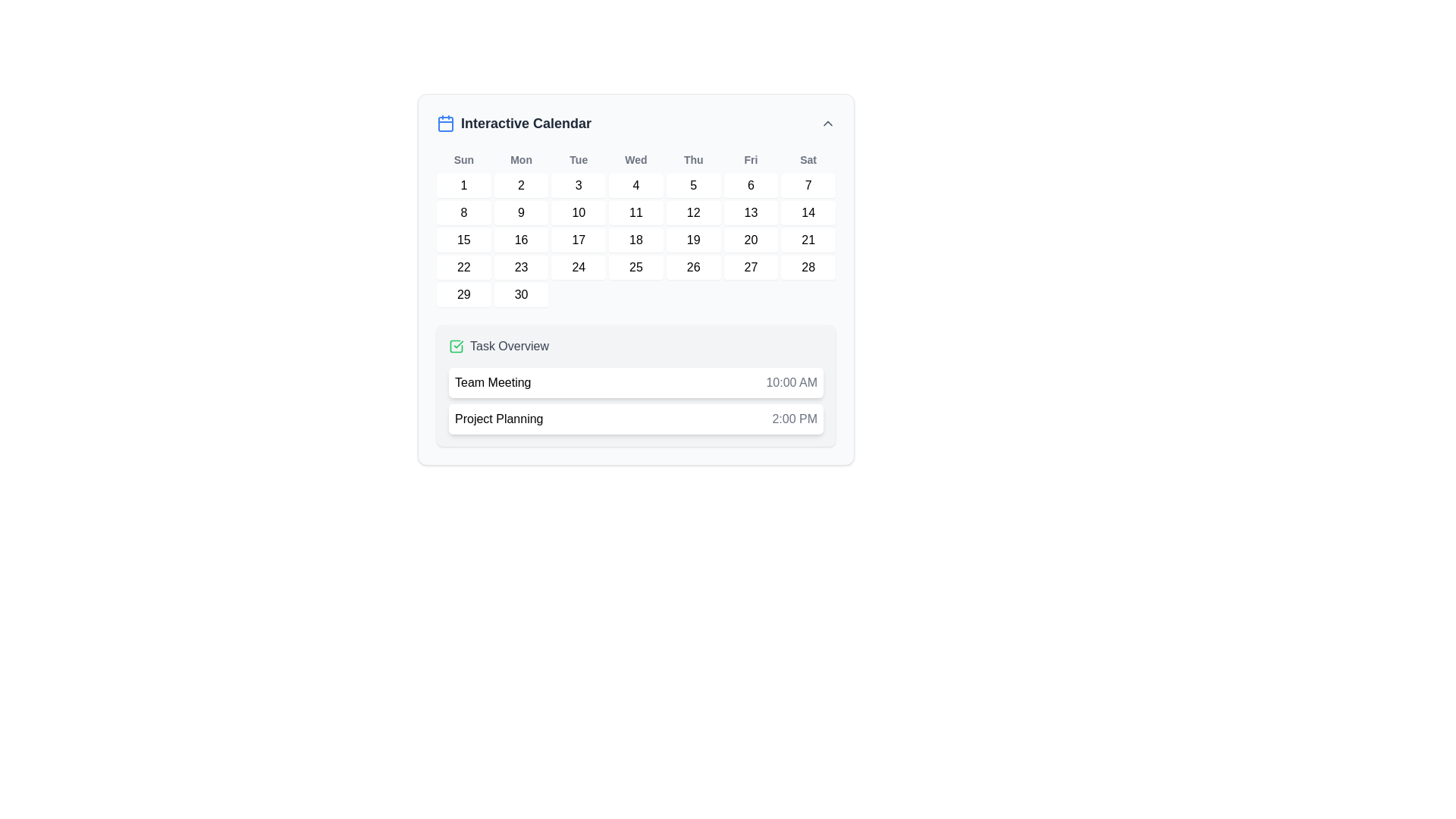  What do you see at coordinates (521, 239) in the screenshot?
I see `the interactive calendar cell representing the date '16' in the calendar layout` at bounding box center [521, 239].